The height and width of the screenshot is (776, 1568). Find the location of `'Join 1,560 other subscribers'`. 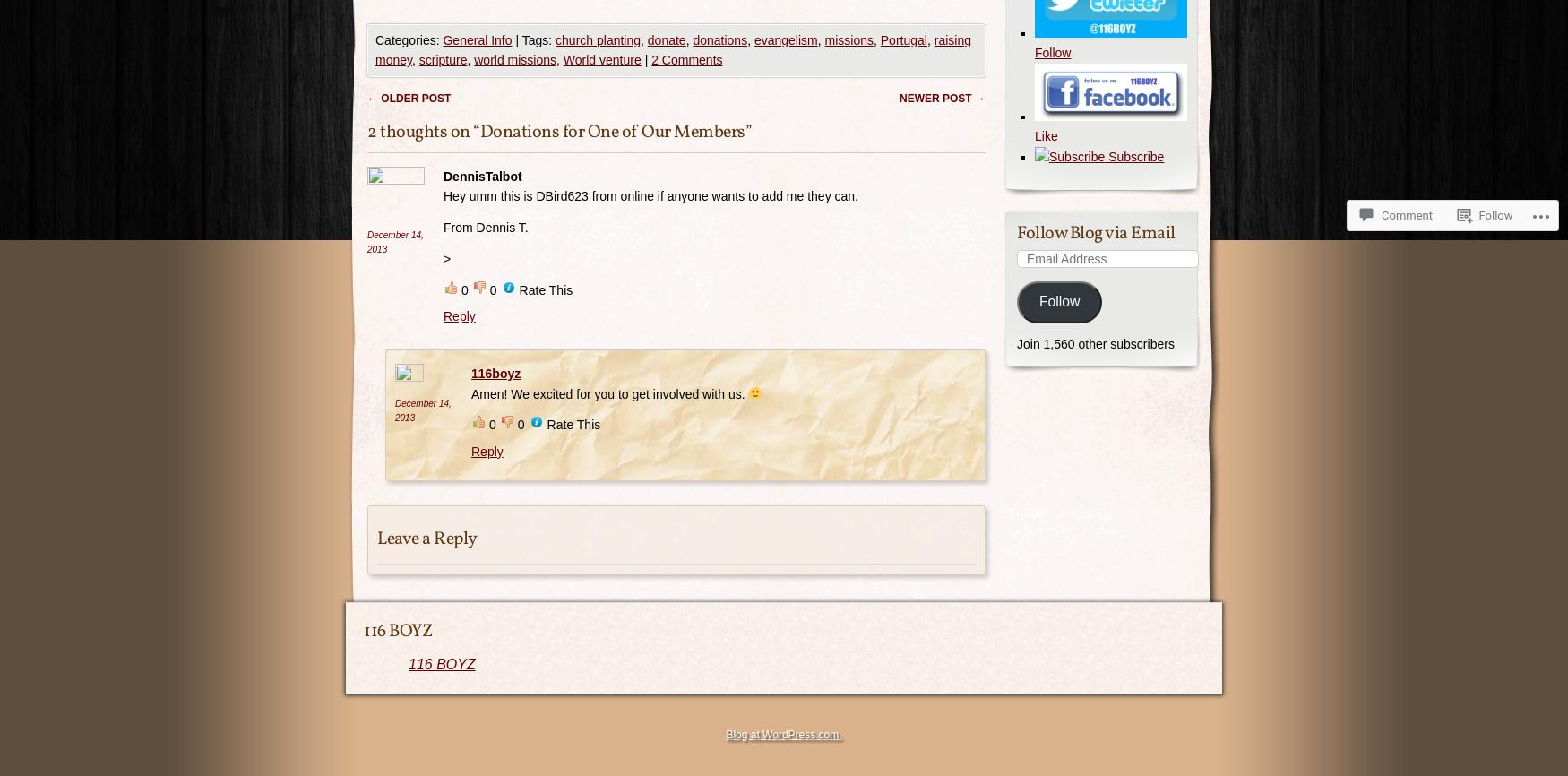

'Join 1,560 other subscribers' is located at coordinates (1095, 342).